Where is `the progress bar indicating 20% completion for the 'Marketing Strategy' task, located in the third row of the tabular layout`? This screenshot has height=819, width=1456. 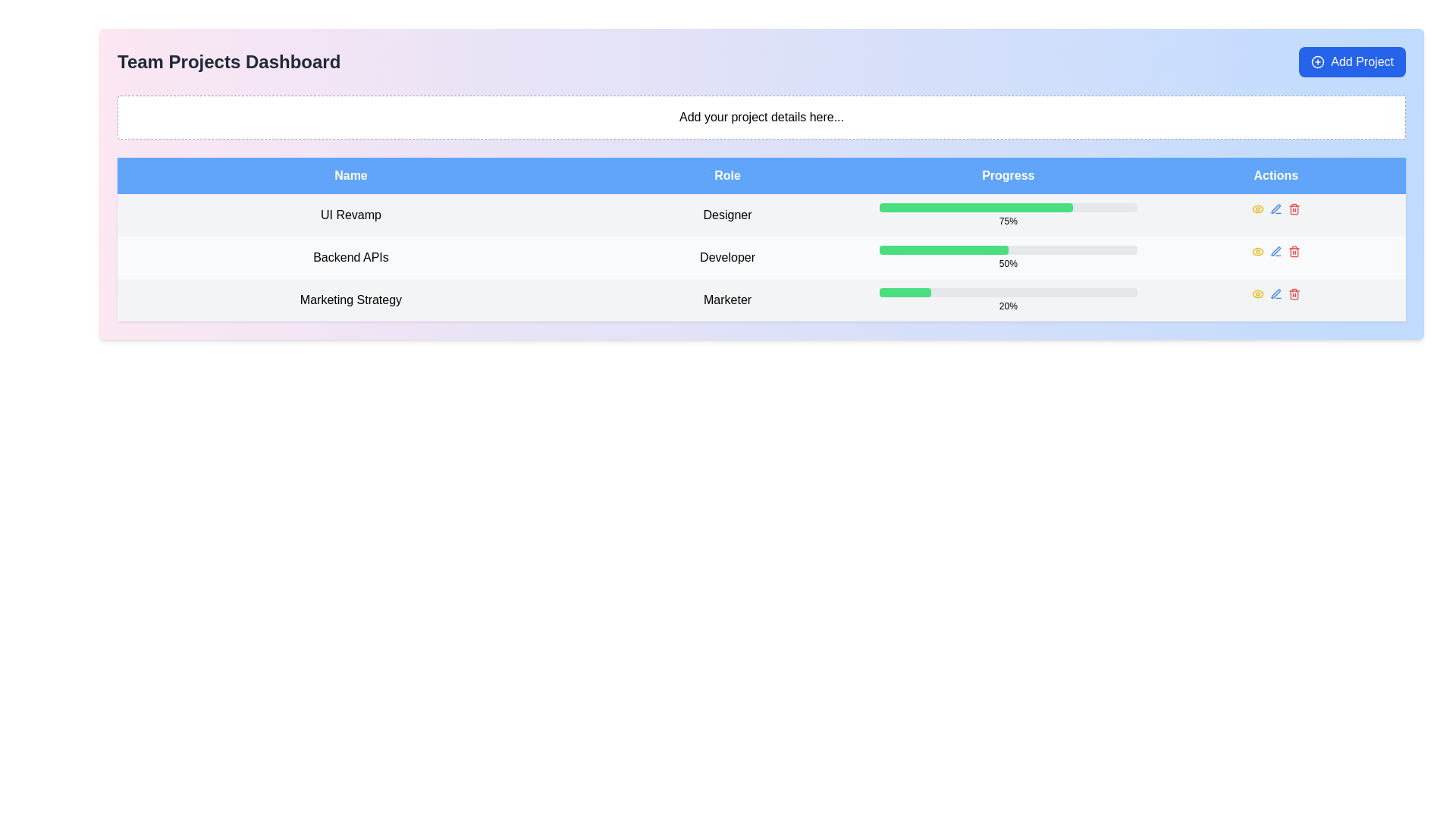
the progress bar indicating 20% completion for the 'Marketing Strategy' task, located in the third row of the tabular layout is located at coordinates (1008, 292).